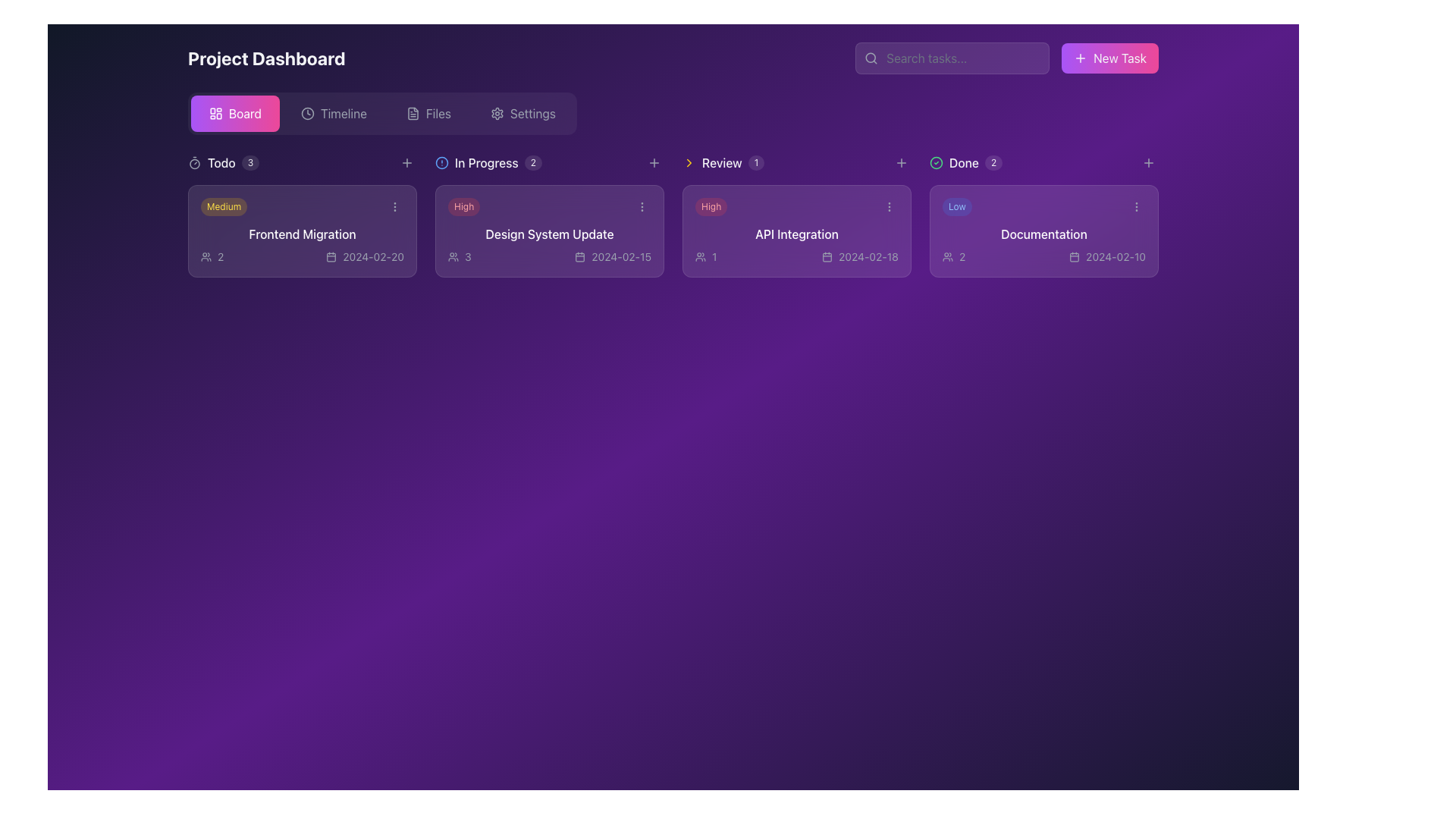 This screenshot has height=819, width=1456. I want to click on the addition button icon located at the top-right corner of the 'Done' section in the dashboard, so click(1149, 163).